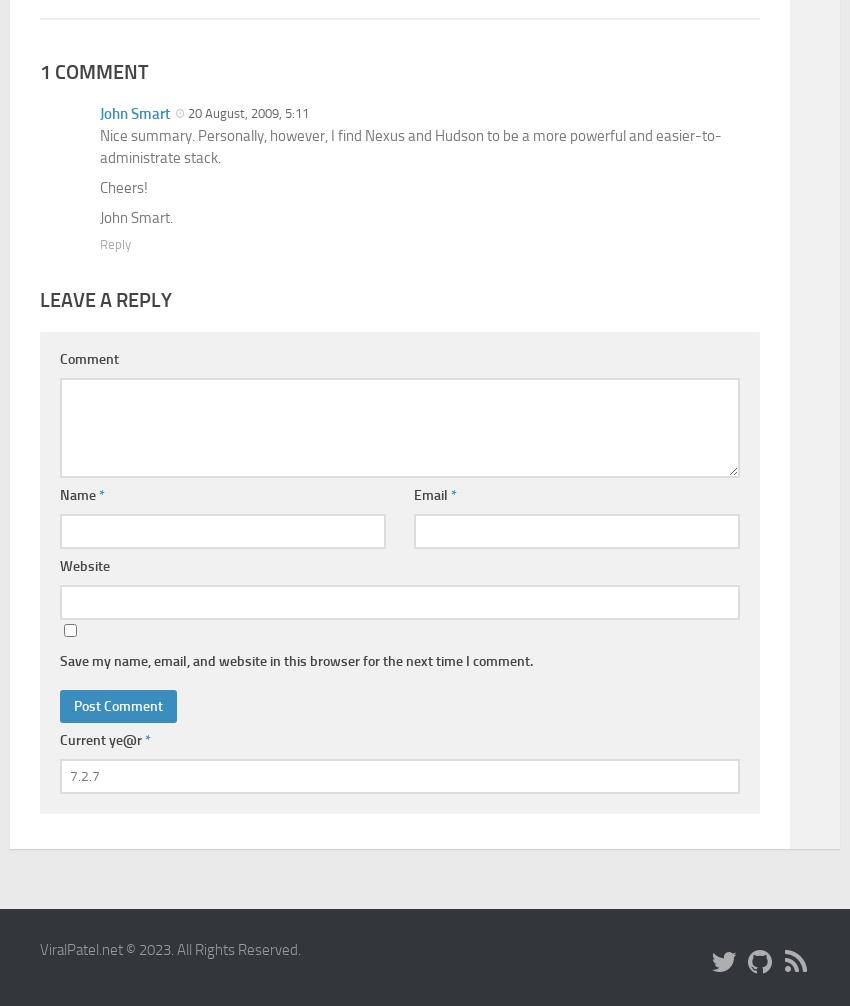 The height and width of the screenshot is (1006, 850). I want to click on 'Display Twitter User Image on your Blog/Website in 2 Minutes', so click(116, 354).